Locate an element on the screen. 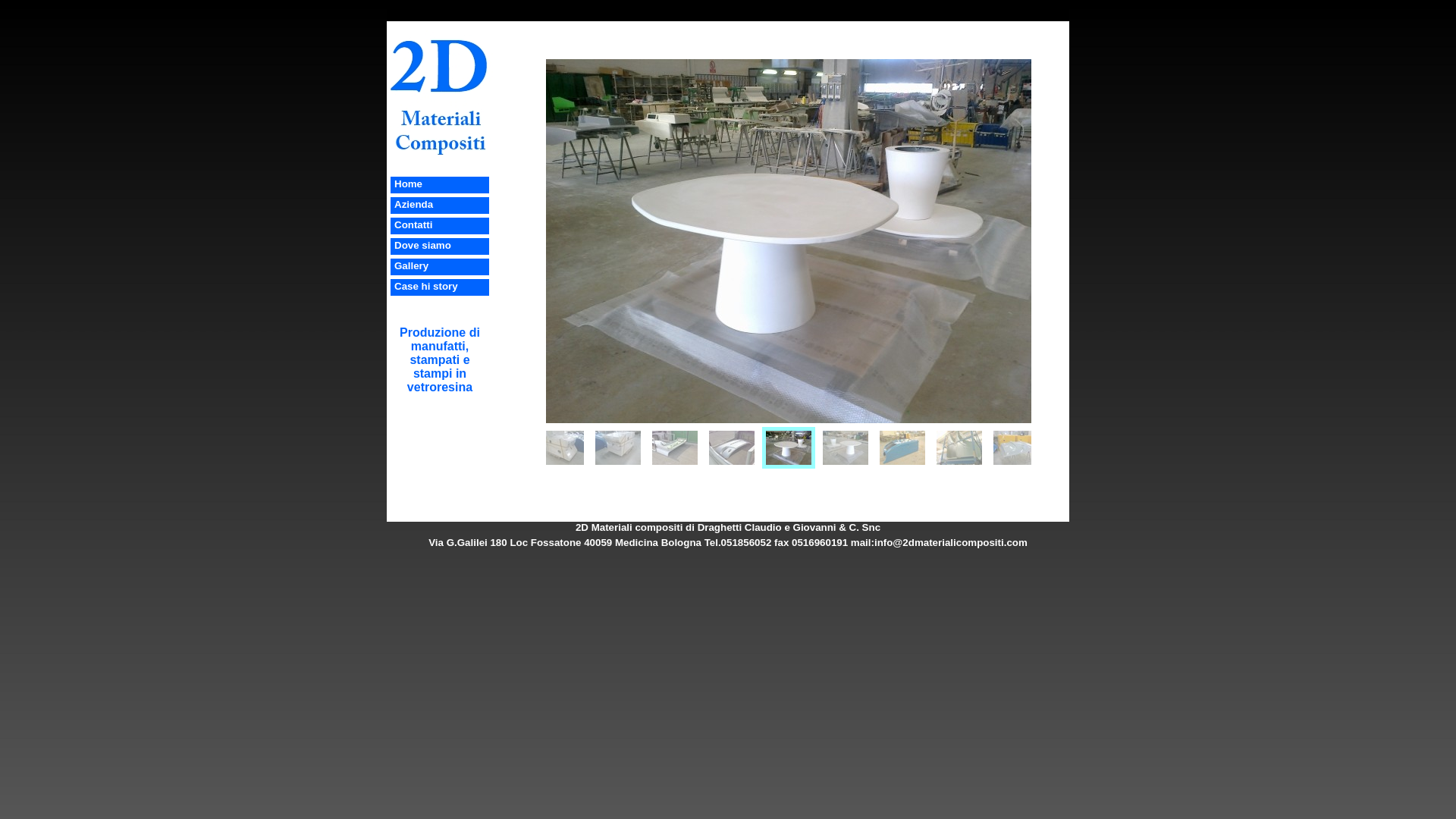 The height and width of the screenshot is (819, 1456). 'Dove siamo' is located at coordinates (422, 244).